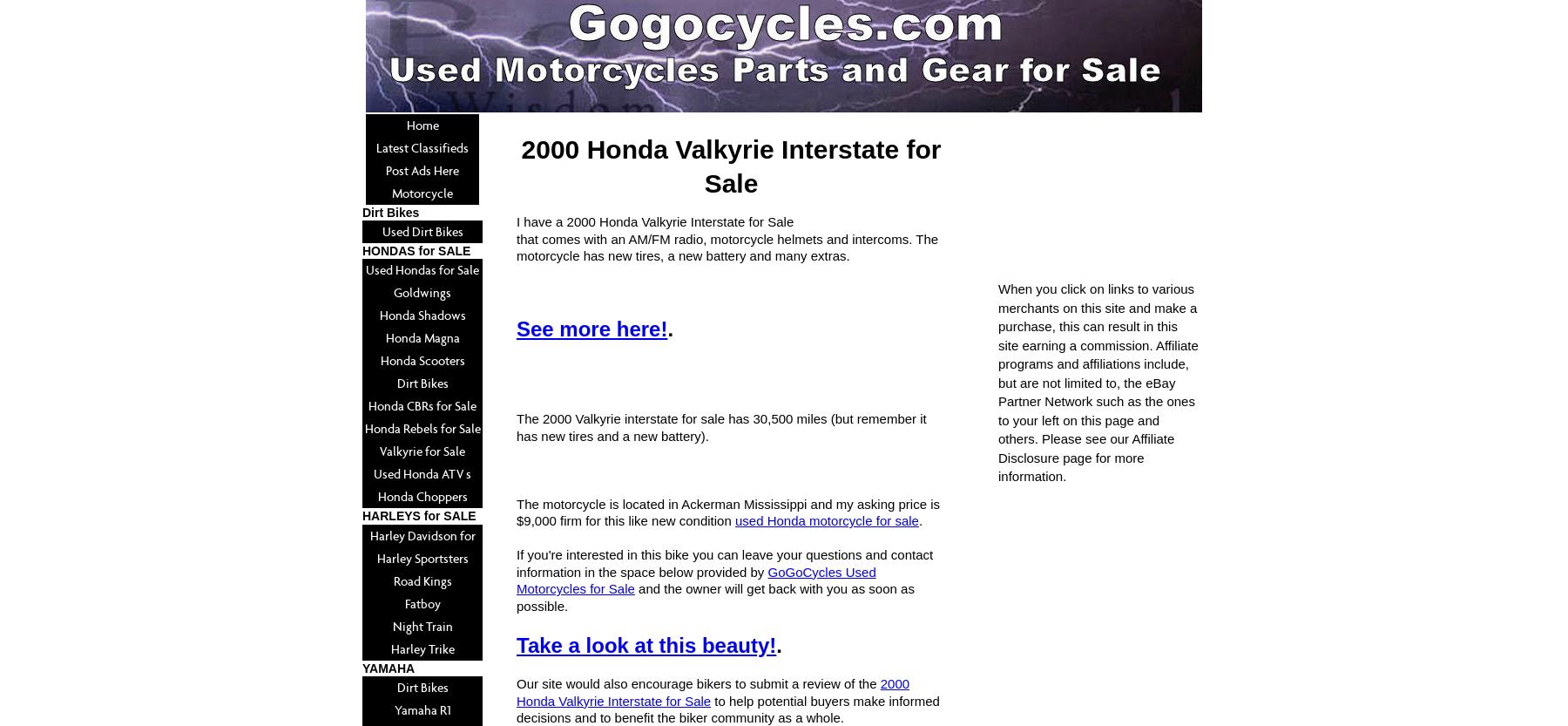 The image size is (1568, 726). I want to click on 'I have a 2000 Honda Valkyrie Interstate for Sale', so click(516, 221).